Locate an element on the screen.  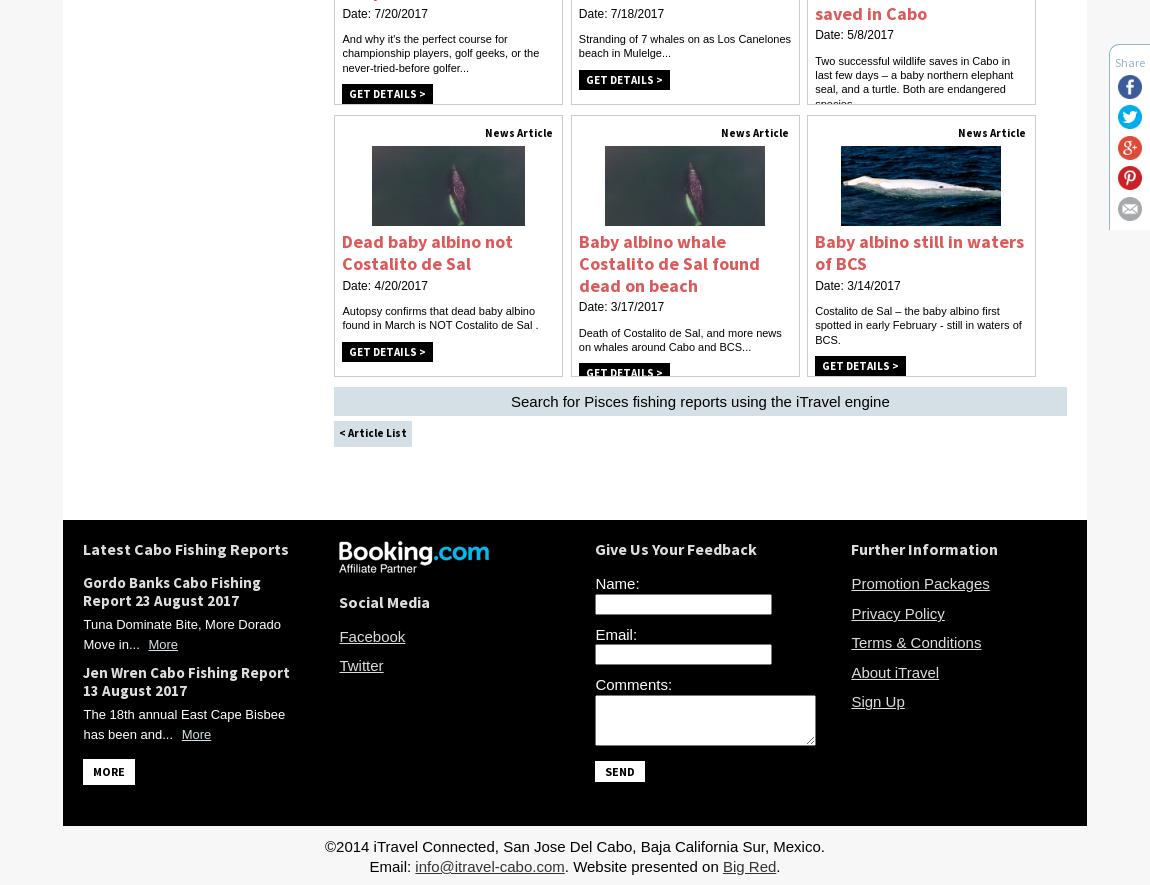
'Comments:' is located at coordinates (632, 684).